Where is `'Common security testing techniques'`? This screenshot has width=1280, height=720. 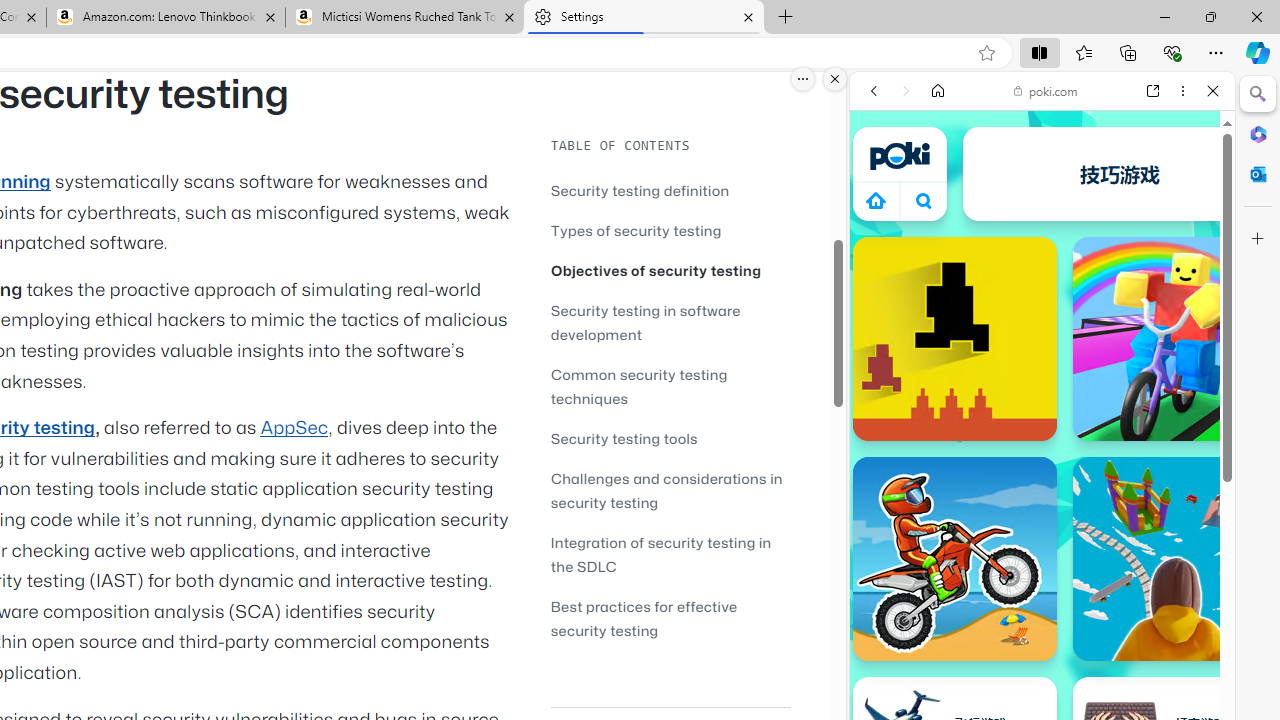 'Common security testing techniques' is located at coordinates (670, 386).